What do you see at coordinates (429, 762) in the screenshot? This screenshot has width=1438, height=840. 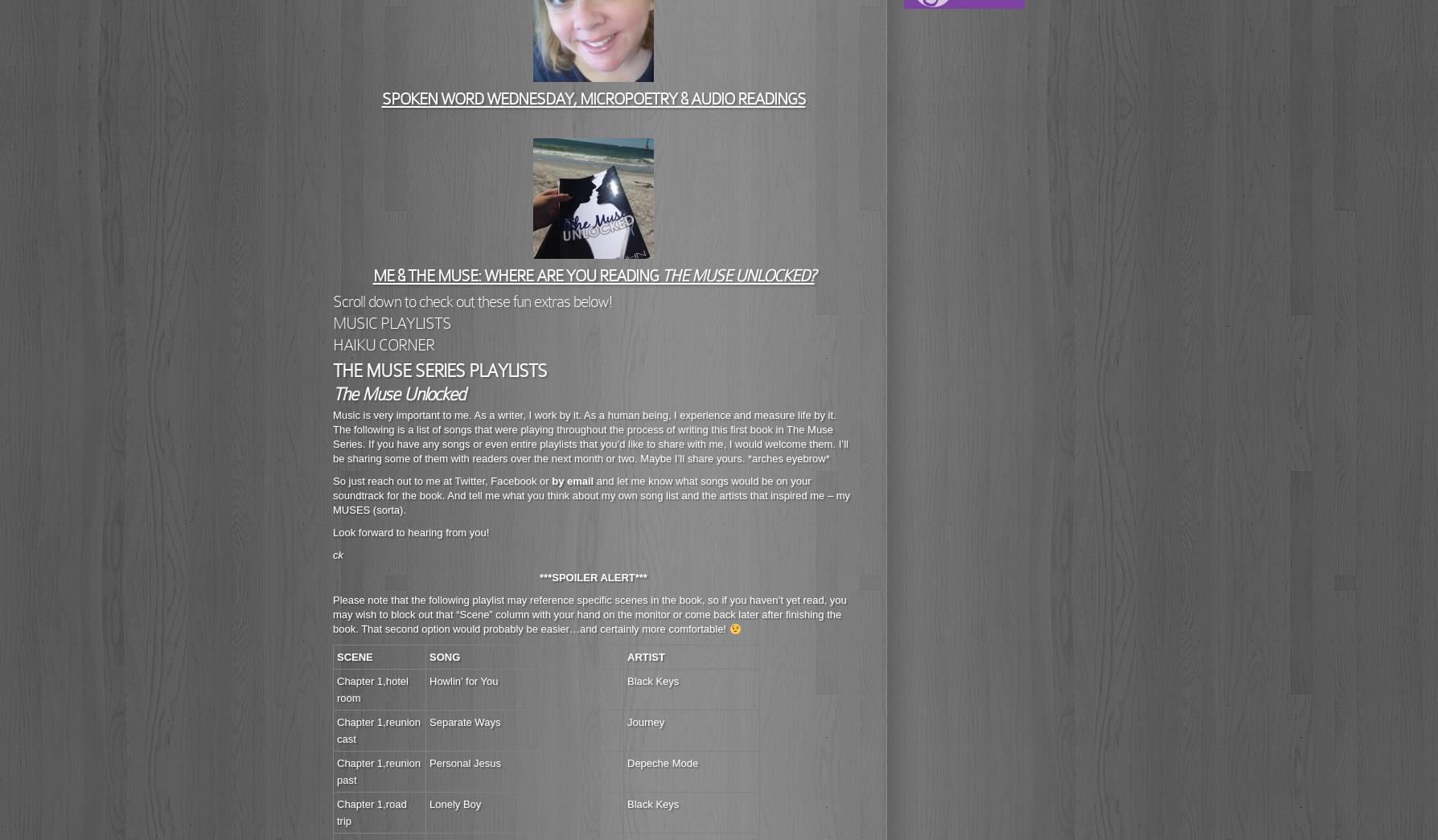 I see `'Personal Jesus'` at bounding box center [429, 762].